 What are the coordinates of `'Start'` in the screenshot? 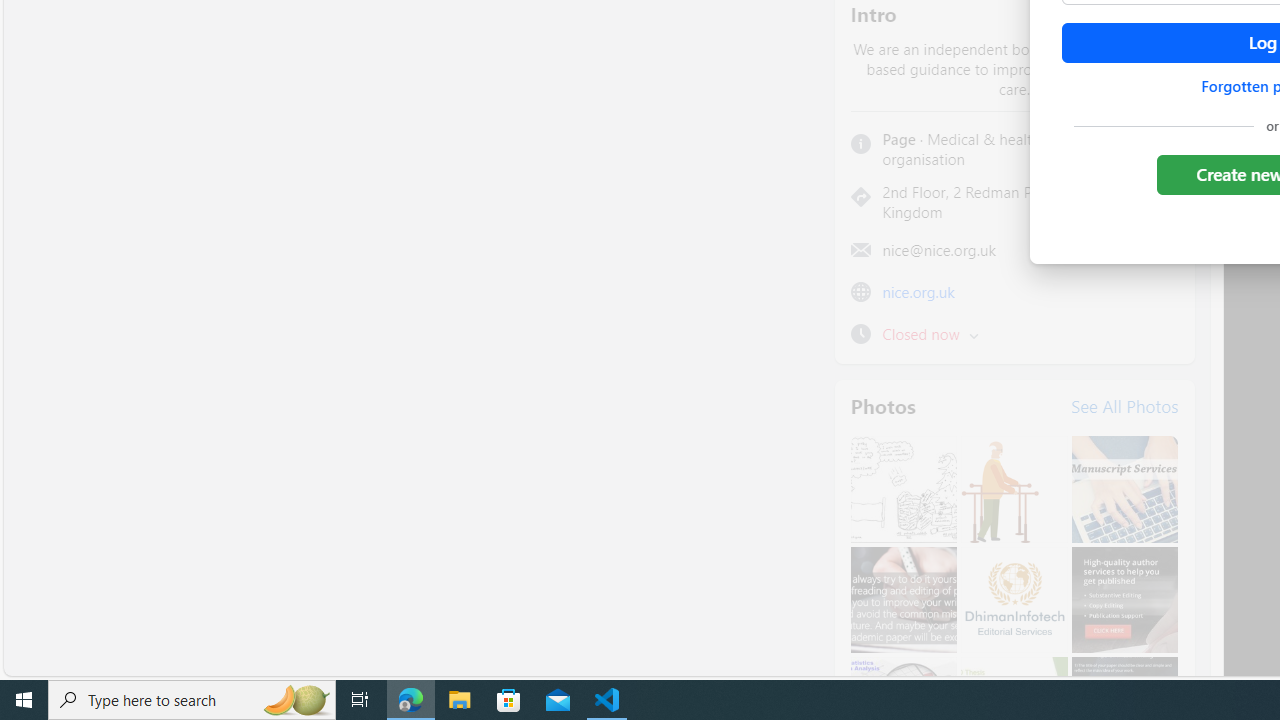 It's located at (24, 698).